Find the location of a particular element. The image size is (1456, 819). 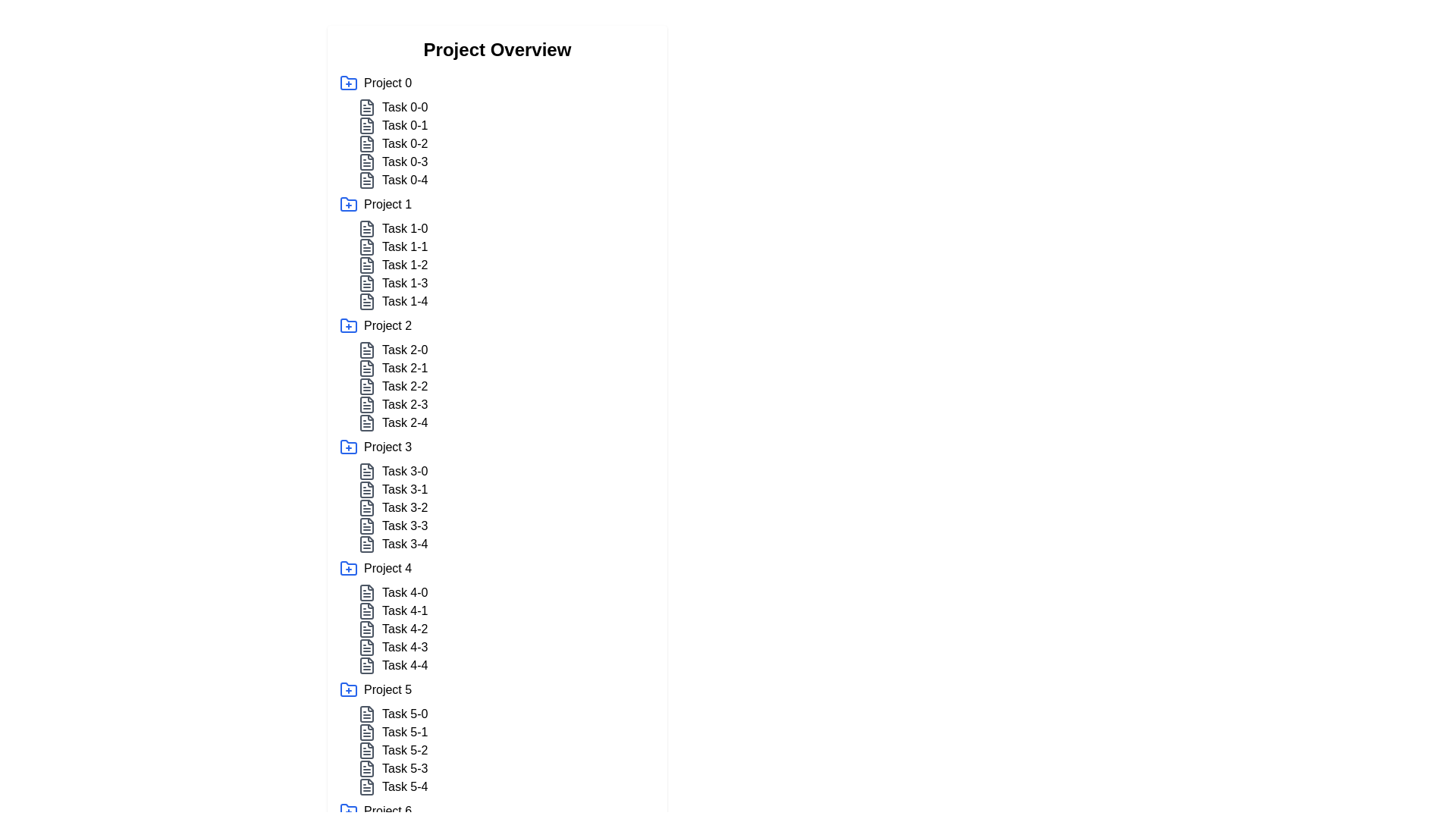

the file icon representing the document is located at coordinates (367, 284).